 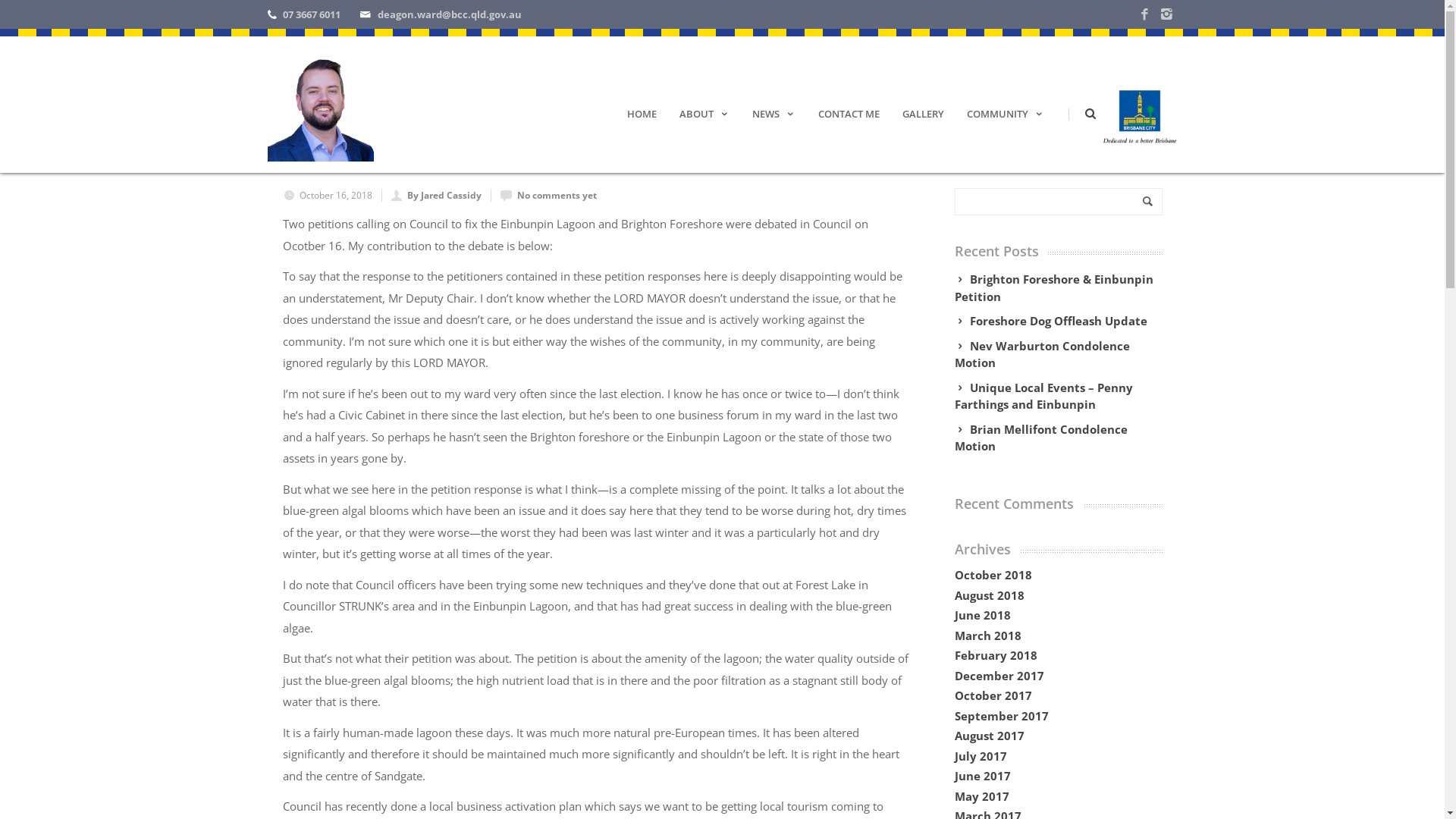 I want to click on 'May 2017', so click(x=981, y=795).